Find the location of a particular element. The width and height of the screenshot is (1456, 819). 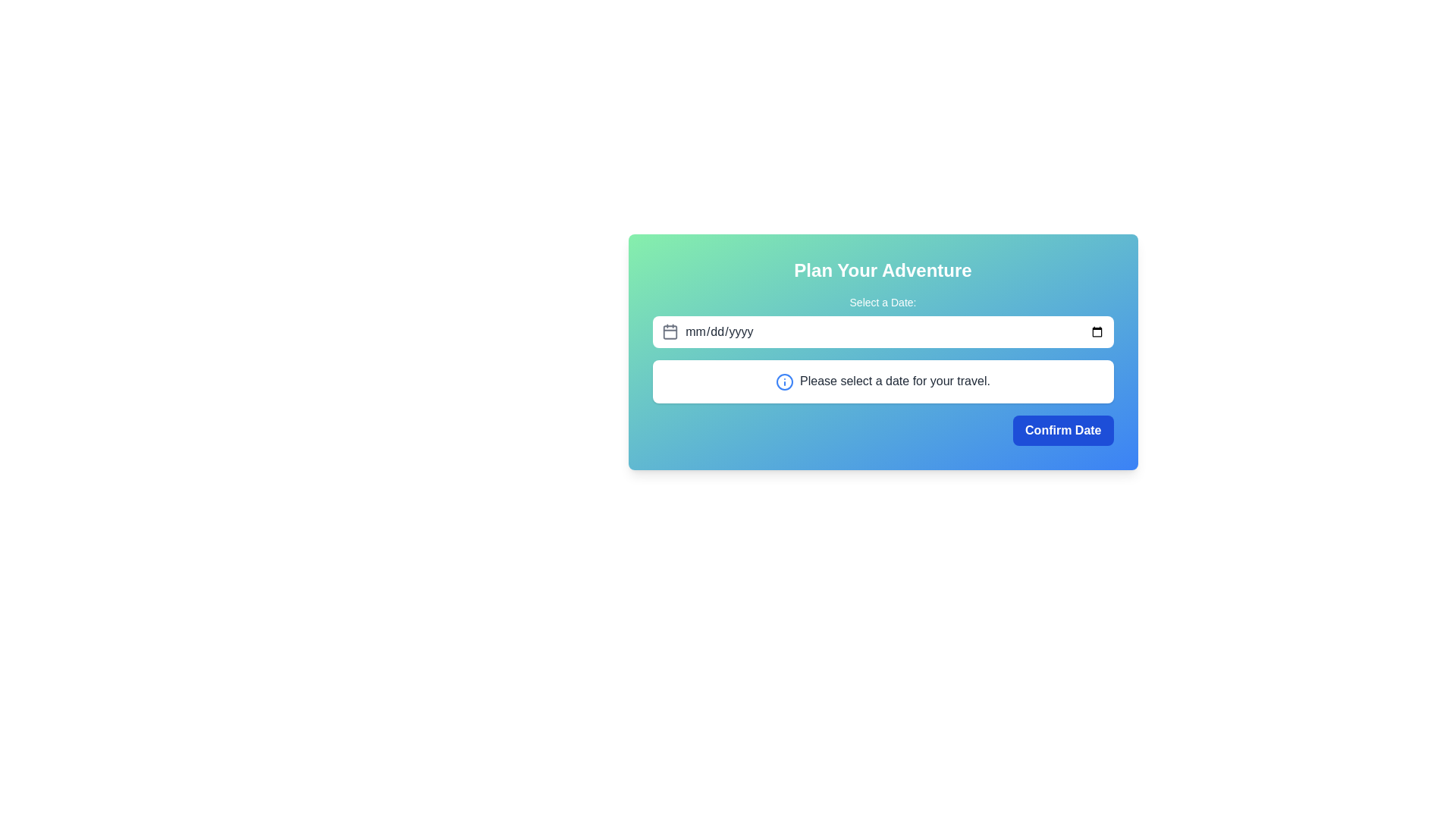

the informational message box that guides the user to select a date for their travel, located below the date input field and above the 'Confirm Date' button is located at coordinates (883, 381).